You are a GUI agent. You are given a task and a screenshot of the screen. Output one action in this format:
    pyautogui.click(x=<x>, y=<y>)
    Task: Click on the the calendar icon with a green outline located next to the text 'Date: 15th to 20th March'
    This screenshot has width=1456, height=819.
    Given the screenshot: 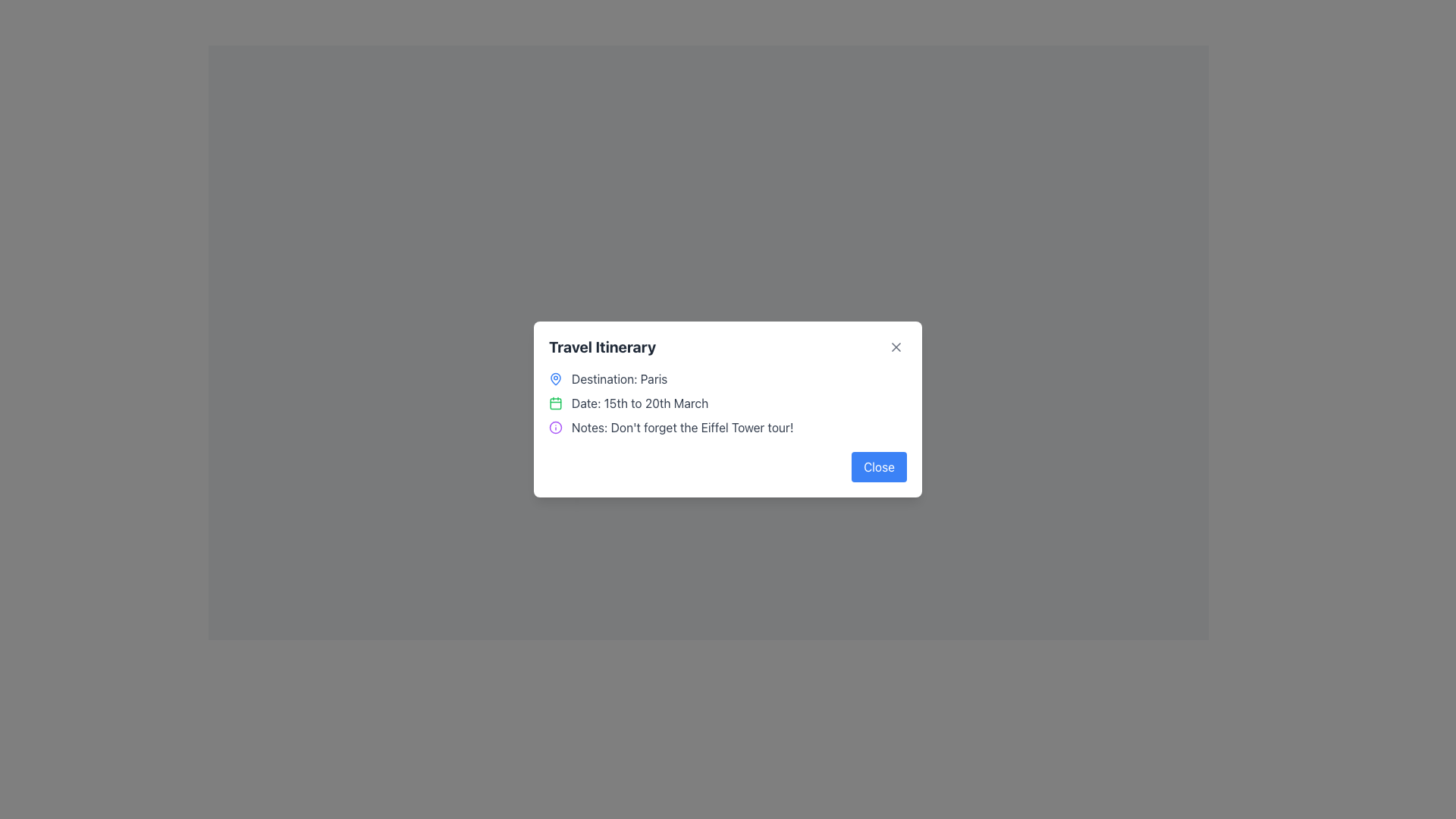 What is the action you would take?
    pyautogui.click(x=555, y=403)
    